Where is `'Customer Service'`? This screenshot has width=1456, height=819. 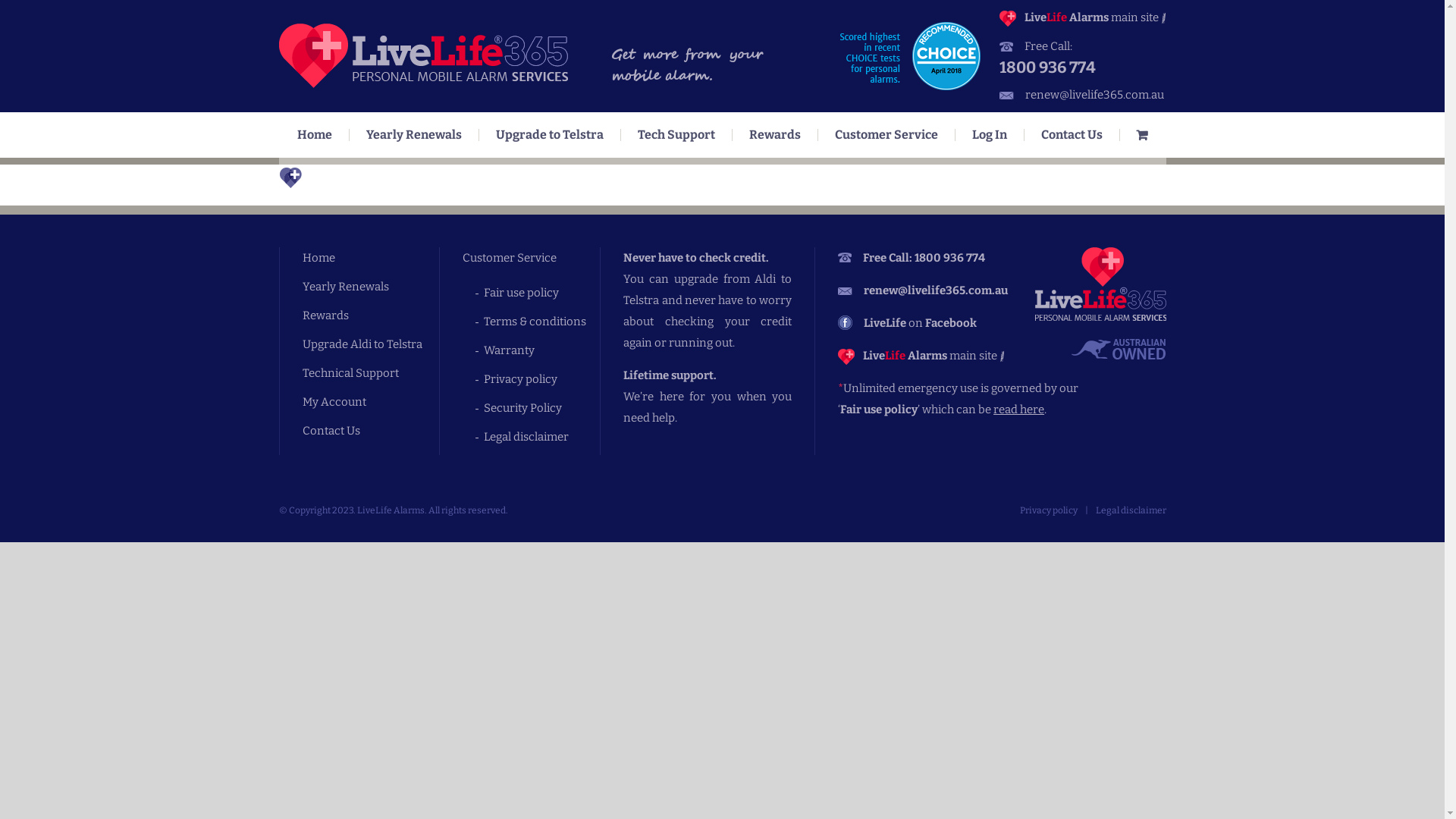 'Customer Service' is located at coordinates (461, 256).